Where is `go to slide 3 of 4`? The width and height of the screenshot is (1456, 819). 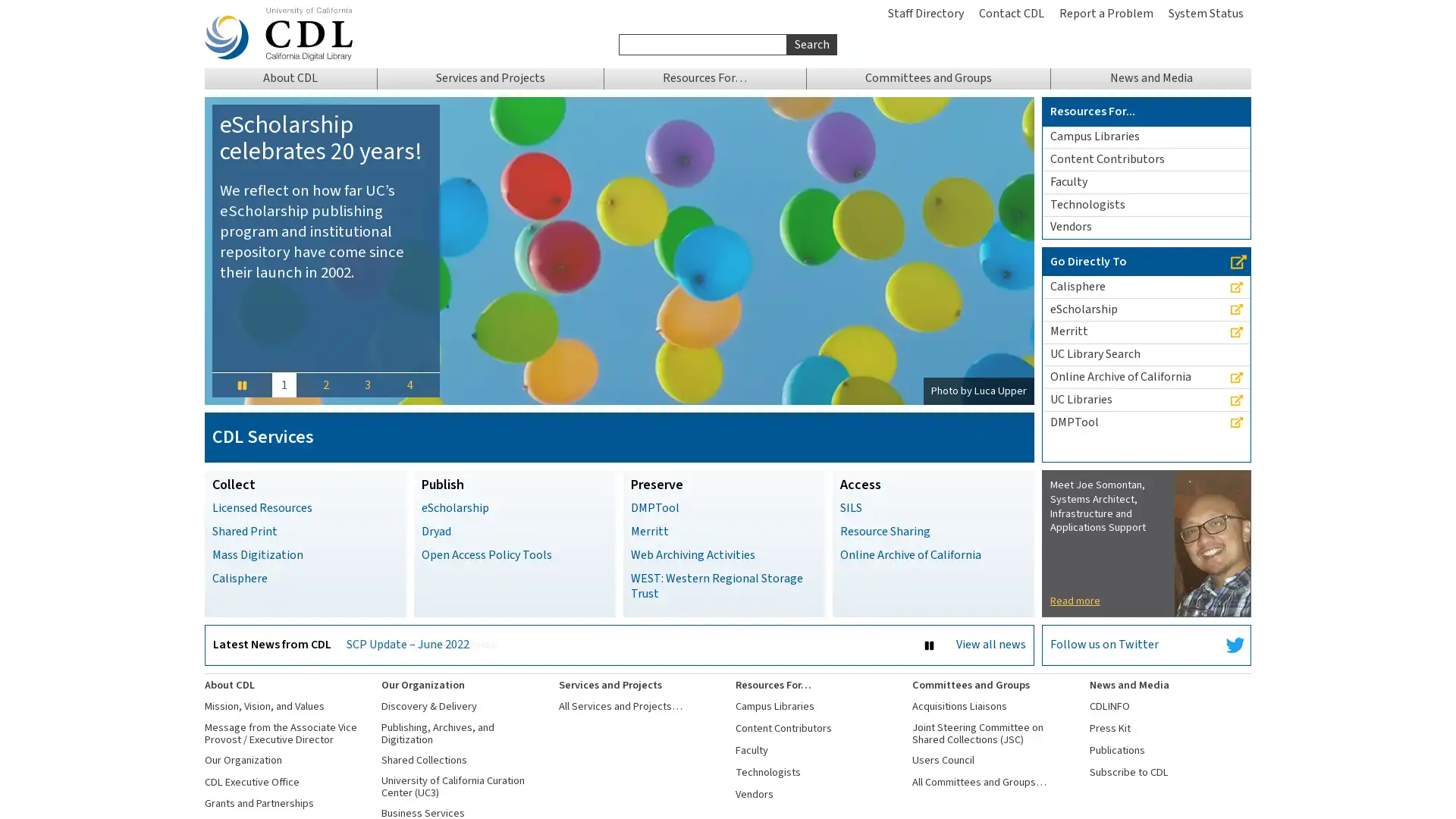 go to slide 3 of 4 is located at coordinates (367, 383).